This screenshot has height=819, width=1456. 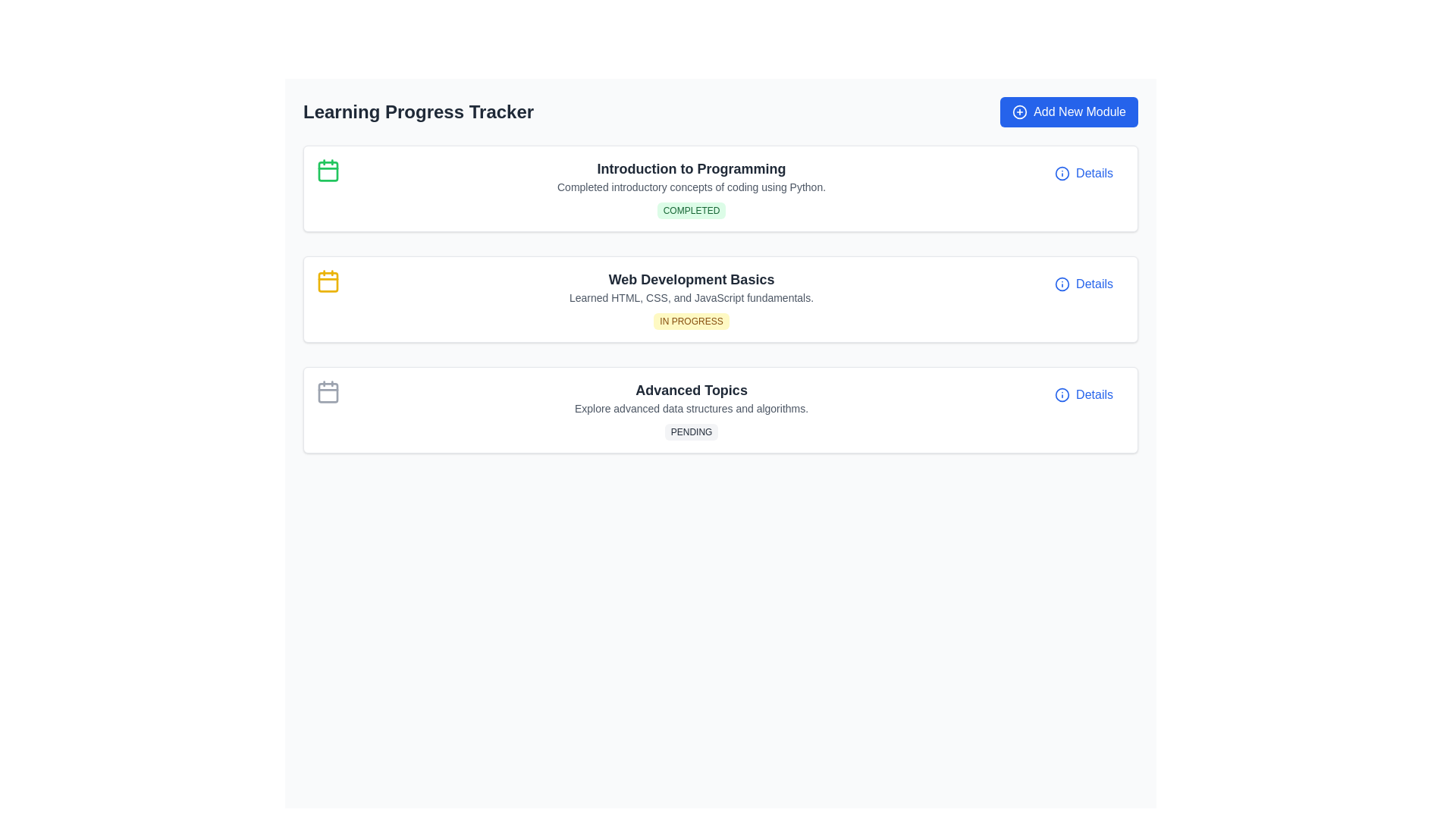 I want to click on the decorative graphical rectangle element of the SVG graphic representing the calendar for the 'Web Development Basics' section, so click(x=327, y=281).